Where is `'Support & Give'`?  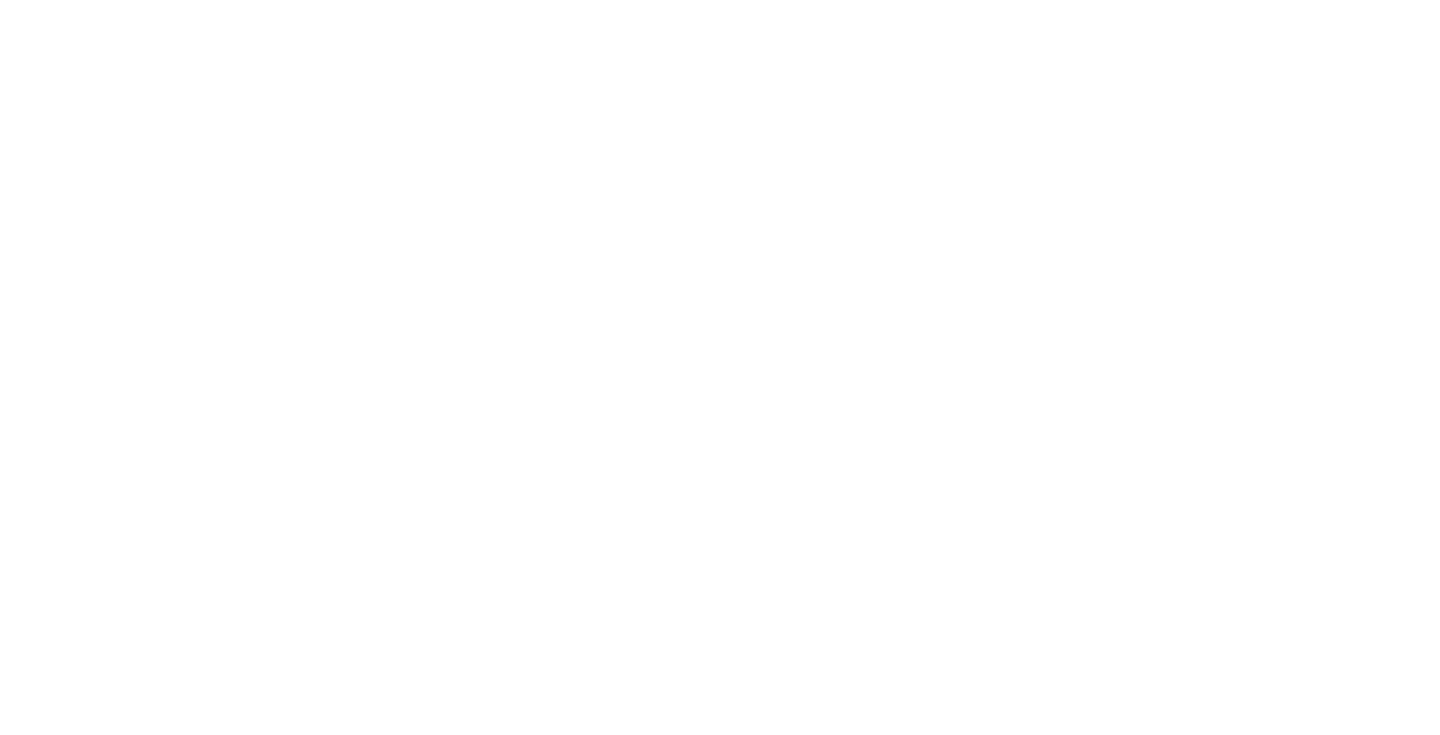 'Support & Give' is located at coordinates (745, 265).